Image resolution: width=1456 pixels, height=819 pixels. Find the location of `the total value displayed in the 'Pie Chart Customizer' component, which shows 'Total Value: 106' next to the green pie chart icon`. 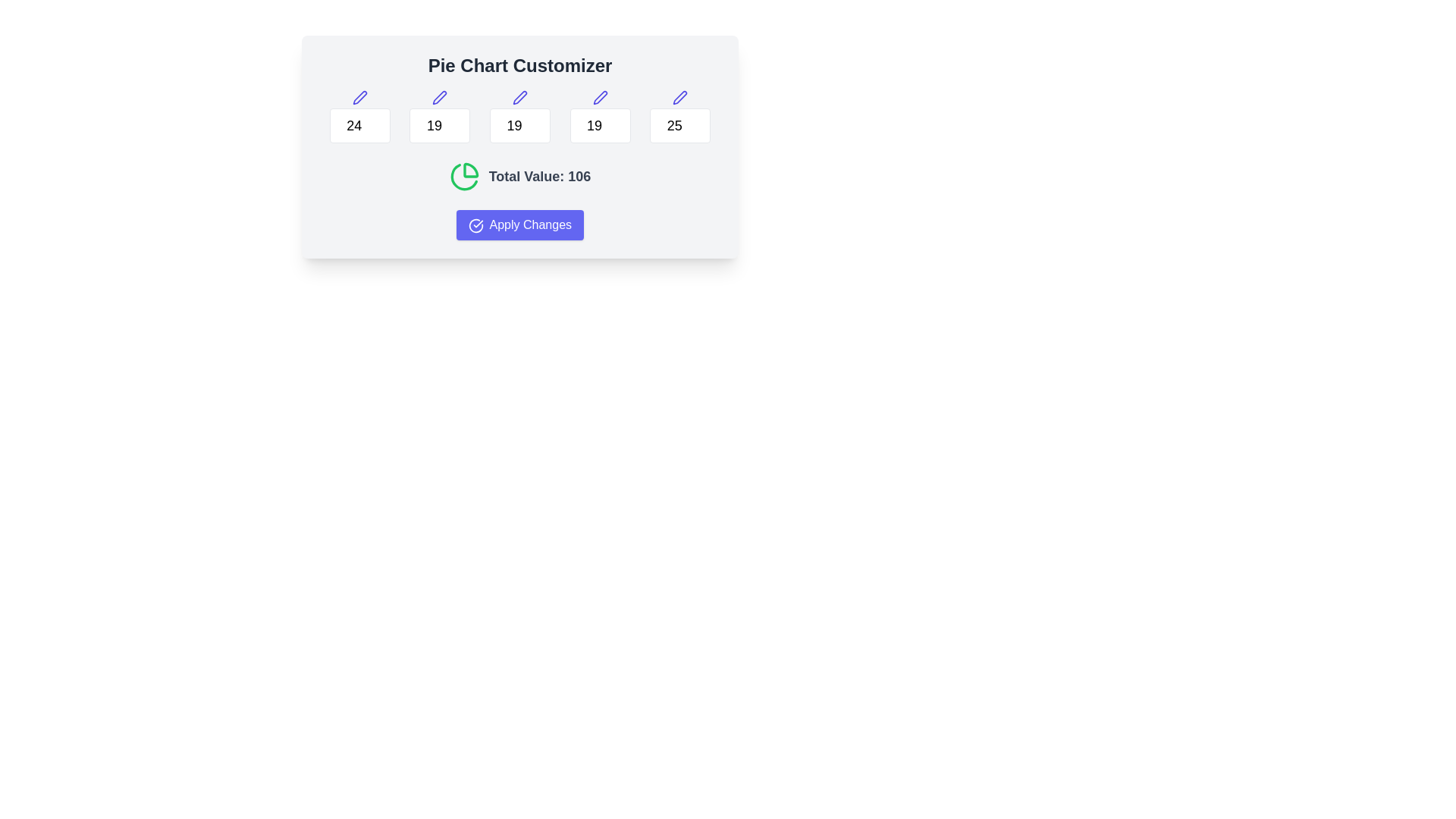

the total value displayed in the 'Pie Chart Customizer' component, which shows 'Total Value: 106' next to the green pie chart icon is located at coordinates (520, 146).